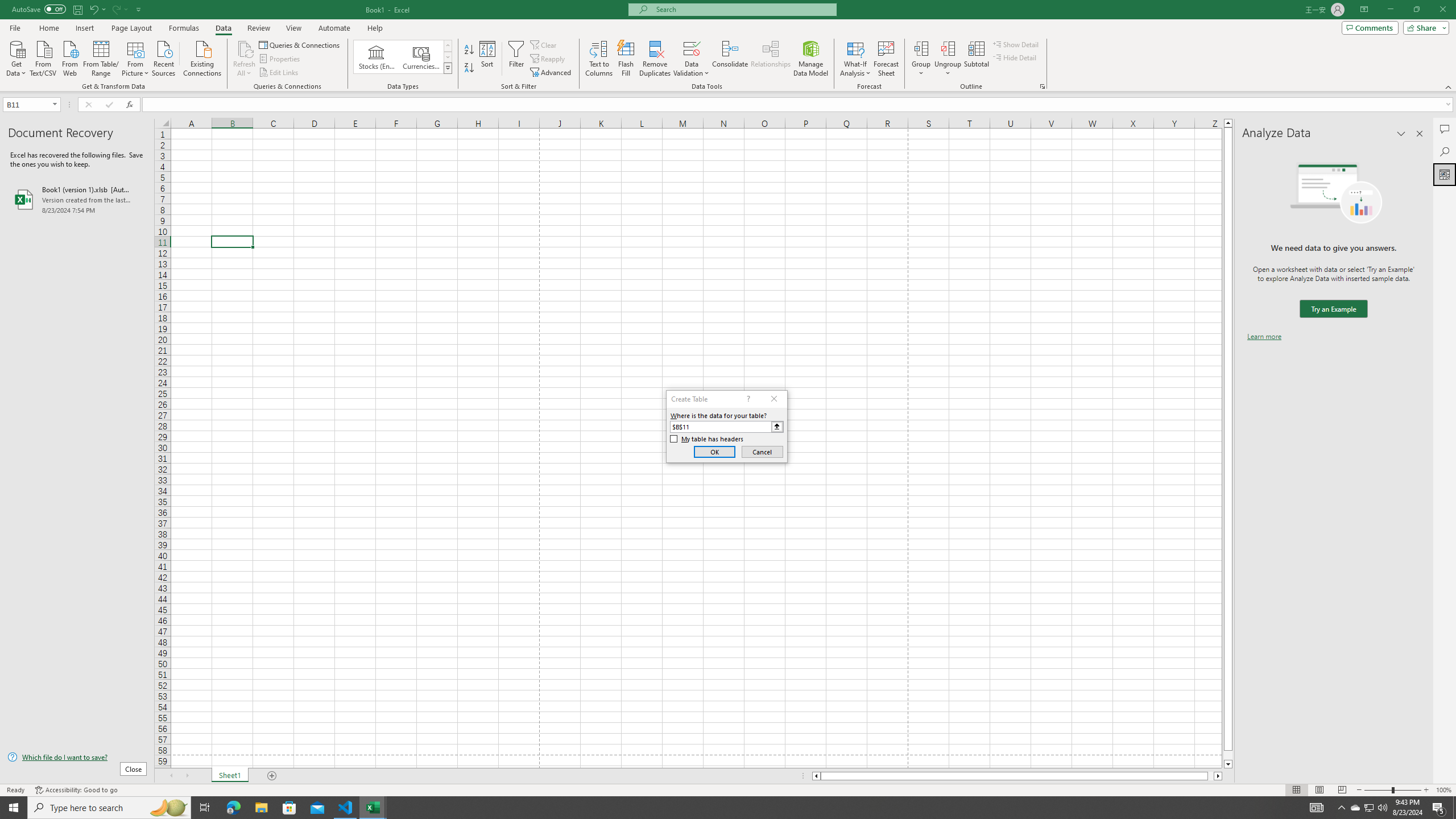 Image resolution: width=1456 pixels, height=819 pixels. What do you see at coordinates (420, 56) in the screenshot?
I see `'Currencies (English)'` at bounding box center [420, 56].